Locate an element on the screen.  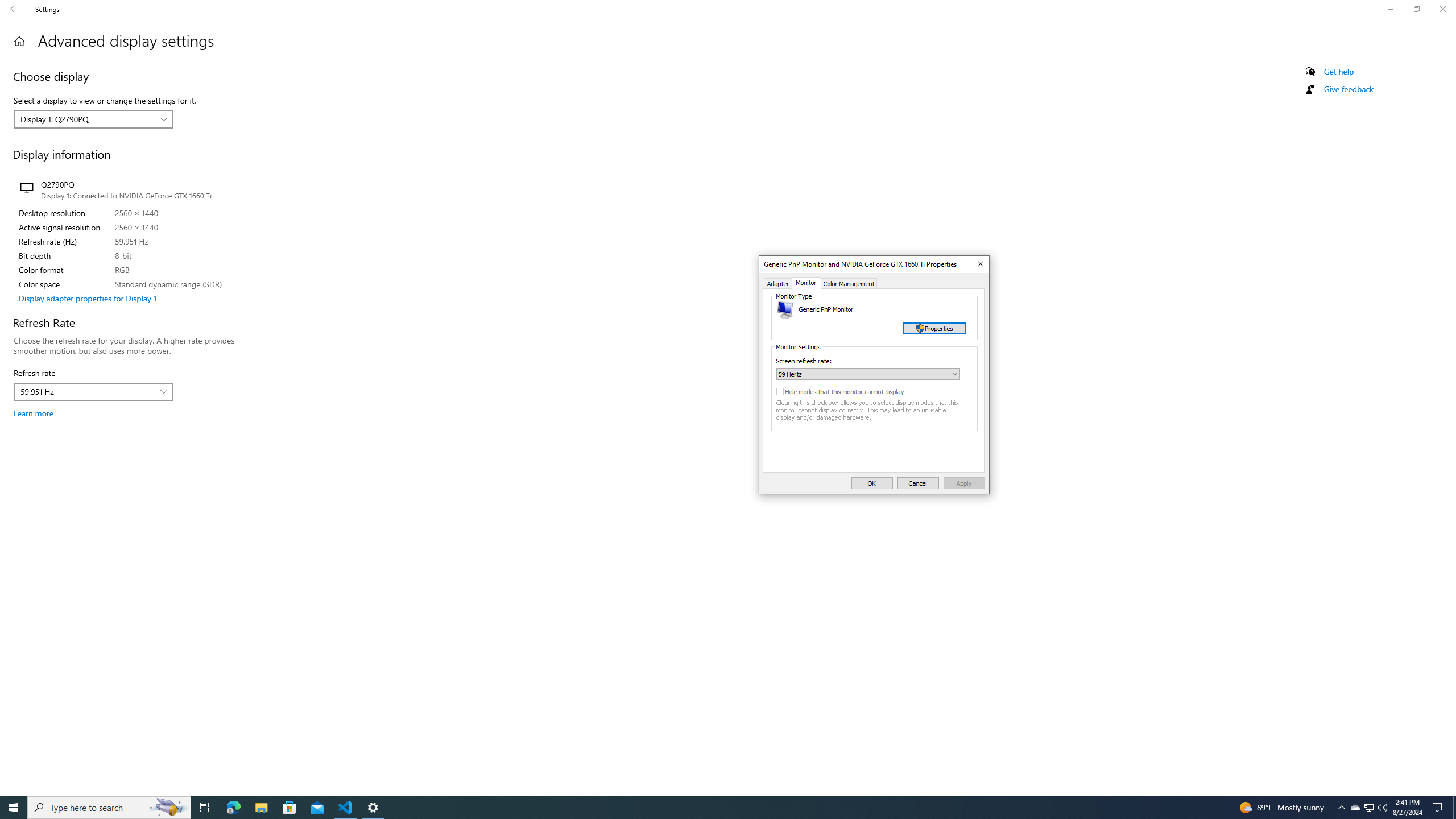
'OK' is located at coordinates (871, 483).